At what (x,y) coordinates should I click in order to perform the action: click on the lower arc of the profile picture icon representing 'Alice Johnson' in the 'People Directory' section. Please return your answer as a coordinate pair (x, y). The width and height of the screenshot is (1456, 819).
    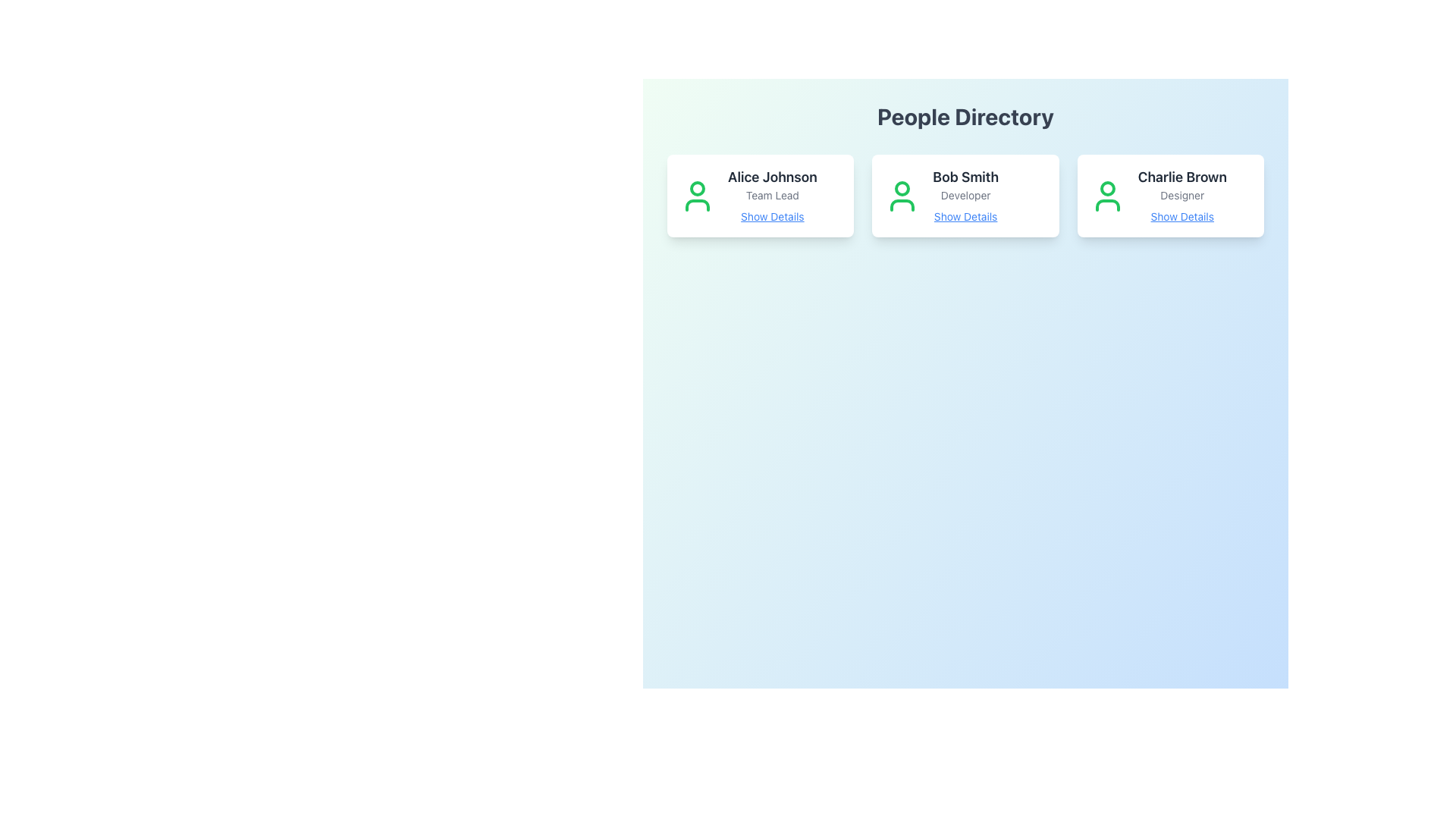
    Looking at the image, I should click on (697, 205).